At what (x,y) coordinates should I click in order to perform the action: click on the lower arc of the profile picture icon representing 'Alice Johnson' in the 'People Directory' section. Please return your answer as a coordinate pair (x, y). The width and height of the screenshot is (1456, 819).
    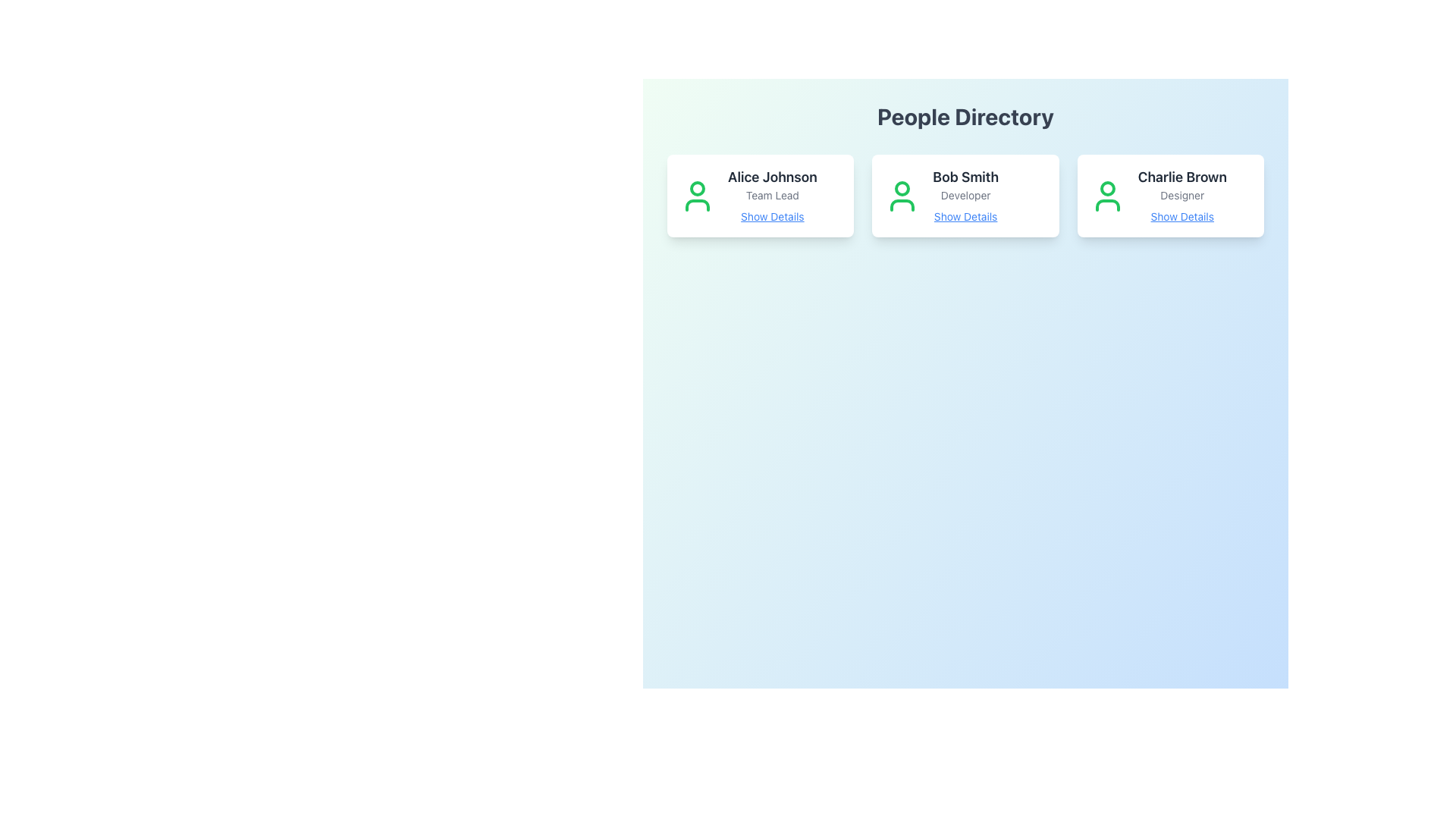
    Looking at the image, I should click on (697, 205).